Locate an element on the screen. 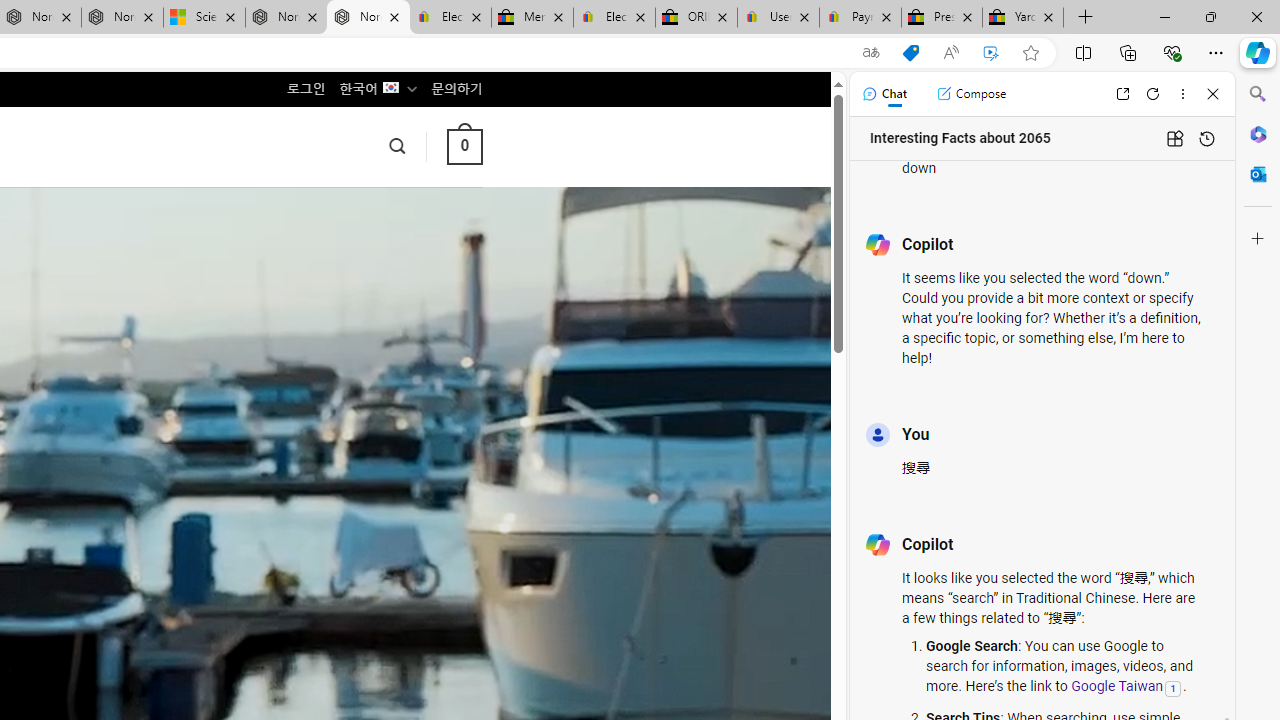 The width and height of the screenshot is (1280, 720). 'Customize' is located at coordinates (1257, 238).